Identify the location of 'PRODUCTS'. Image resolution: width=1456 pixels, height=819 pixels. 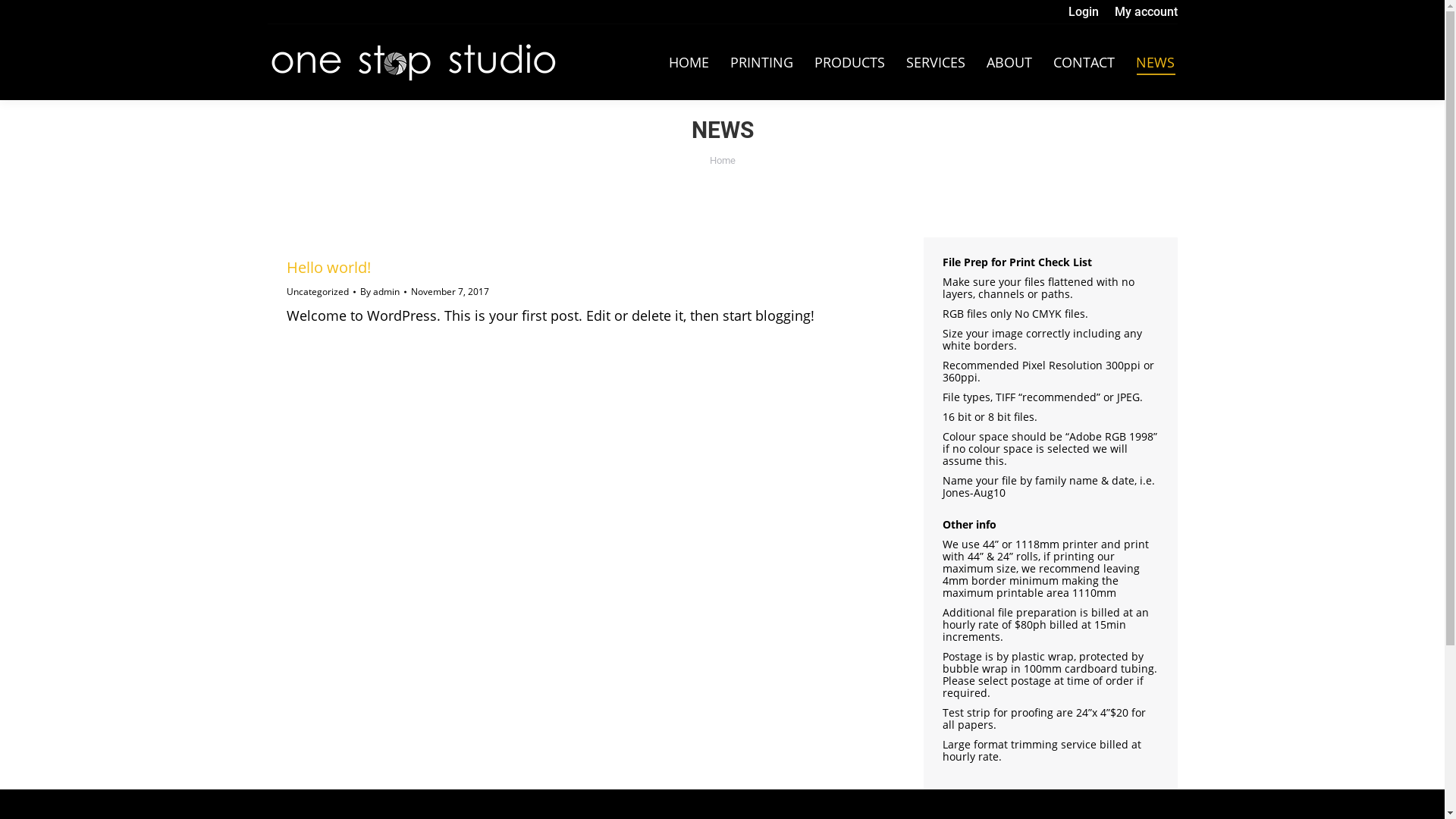
(849, 61).